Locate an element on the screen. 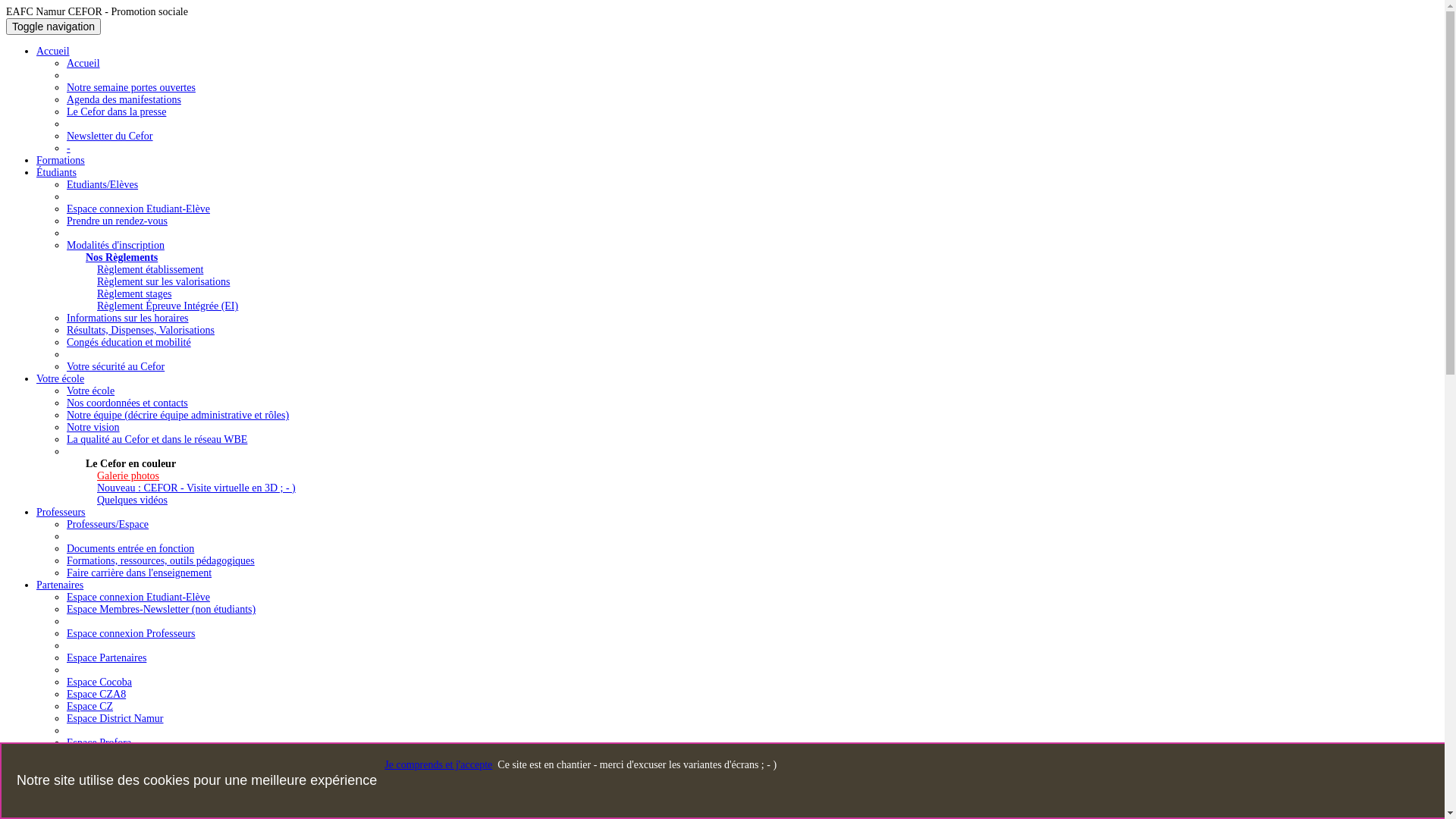 This screenshot has width=1456, height=819. 'Nouveau : CEFOR - Visite virtuelle en 3D ; - )' is located at coordinates (196, 488).